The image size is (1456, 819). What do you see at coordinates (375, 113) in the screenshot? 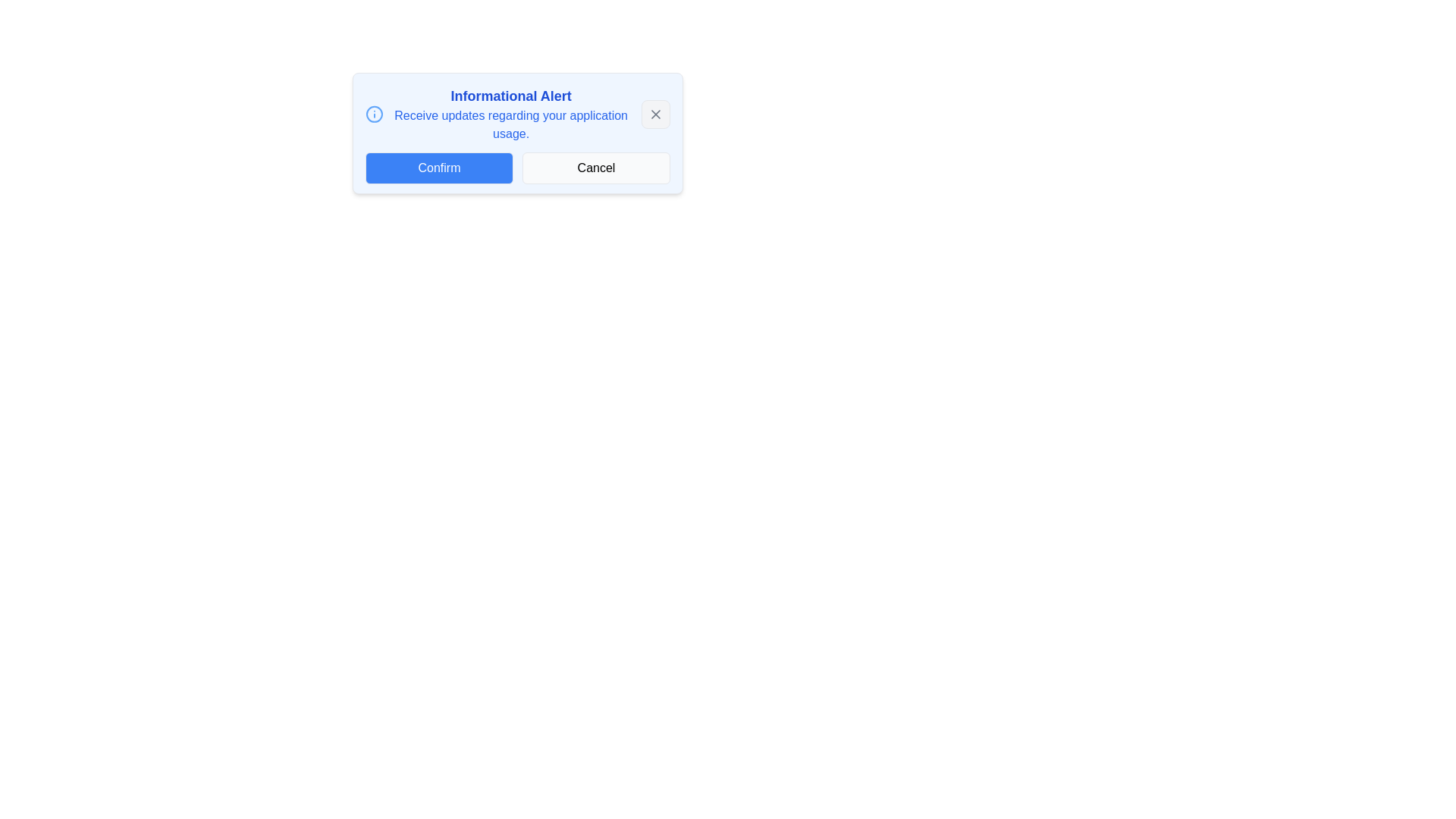
I see `the circular blue informational icon that has an 'i' symbol, located to the left of the text 'Informational Alert'` at bounding box center [375, 113].